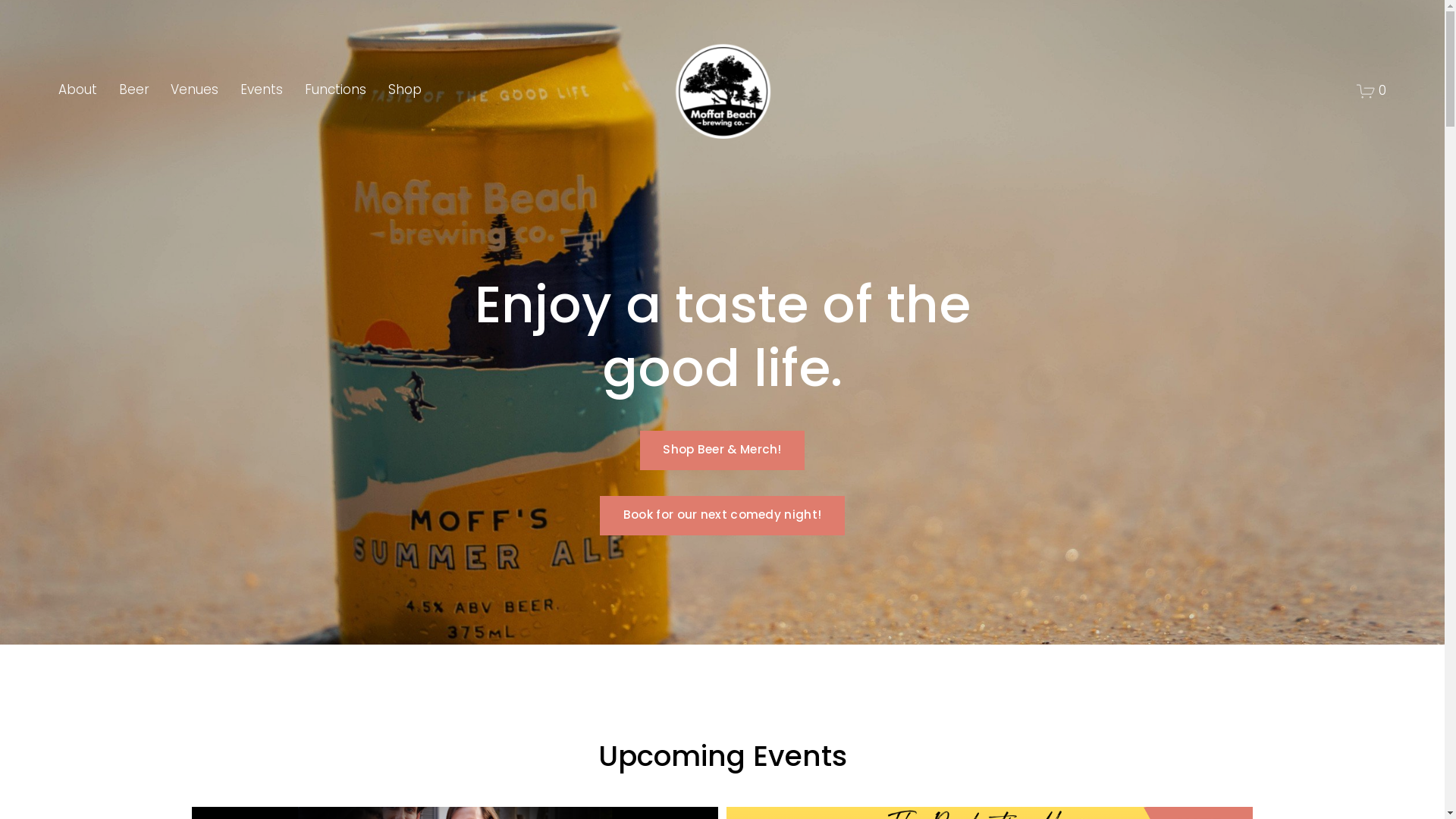  What do you see at coordinates (722, 450) in the screenshot?
I see `'Shop Beer & Merch!'` at bounding box center [722, 450].